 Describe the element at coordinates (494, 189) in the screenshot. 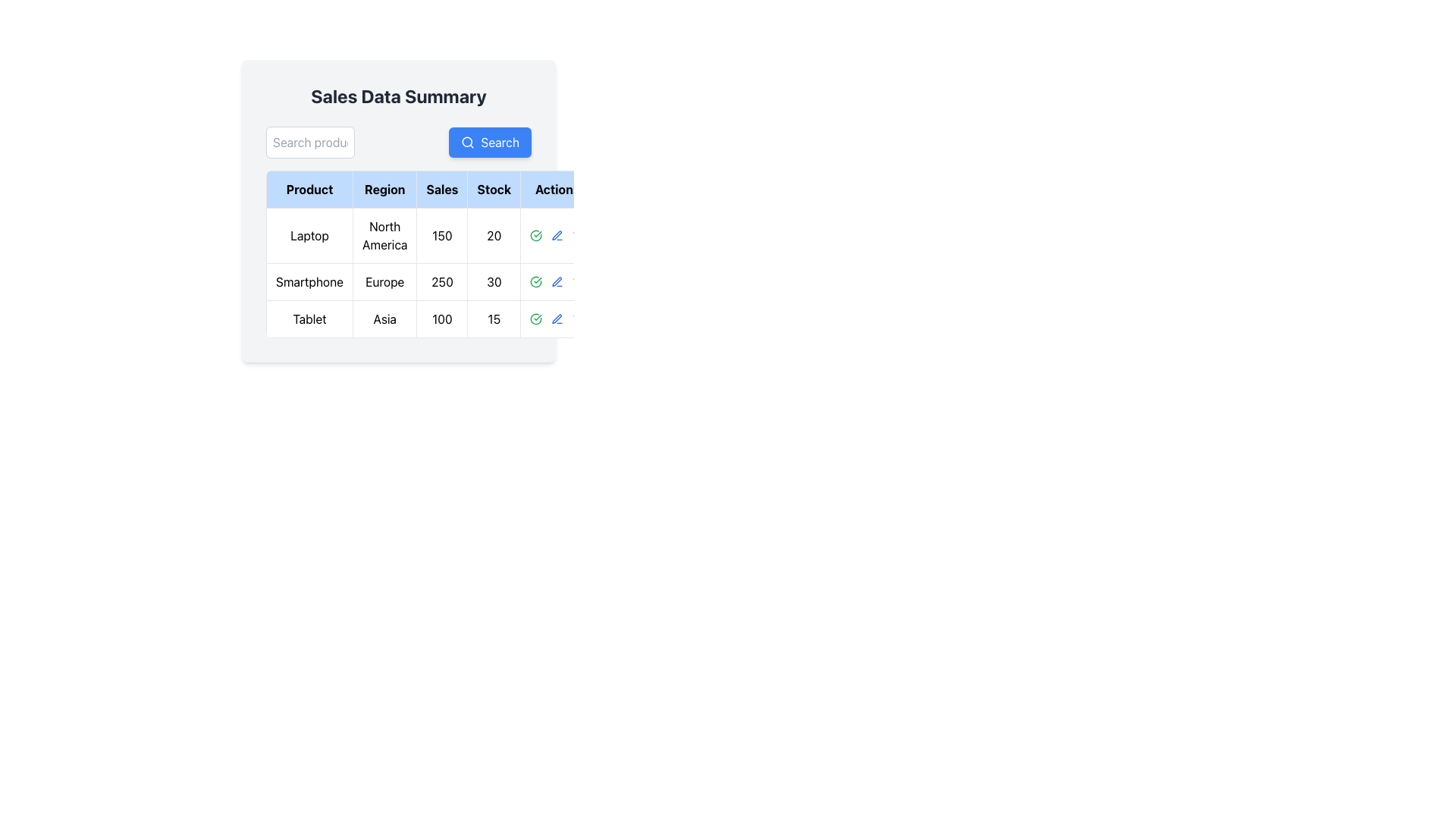

I see `the Table Header Cell labeled 'Stock', which is the fourth element in a horizontal sequence of header cells in a table, featuring a light blue background and bold black text` at that location.